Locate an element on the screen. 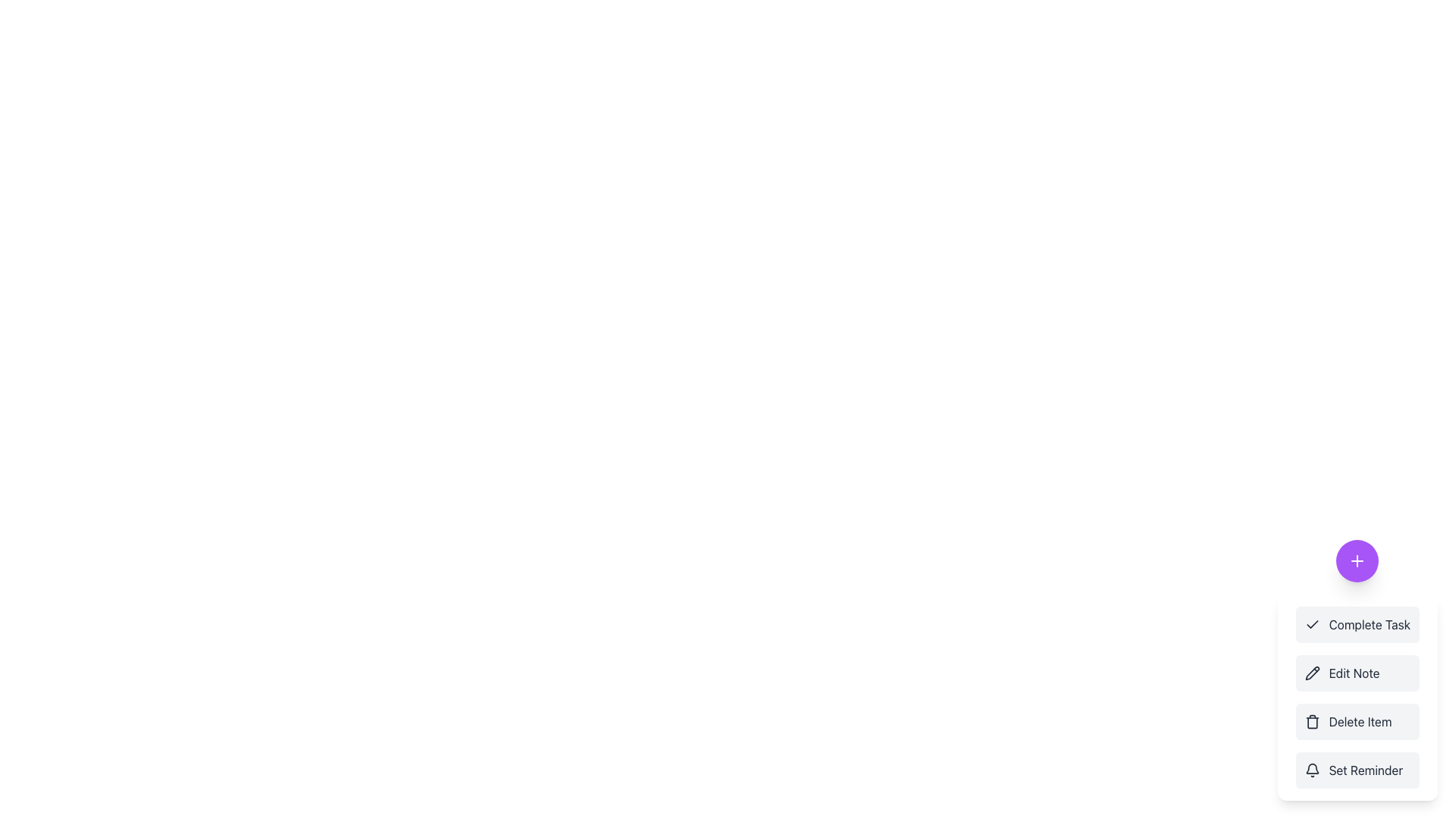 The height and width of the screenshot is (819, 1456). the first button is located at coordinates (1357, 625).